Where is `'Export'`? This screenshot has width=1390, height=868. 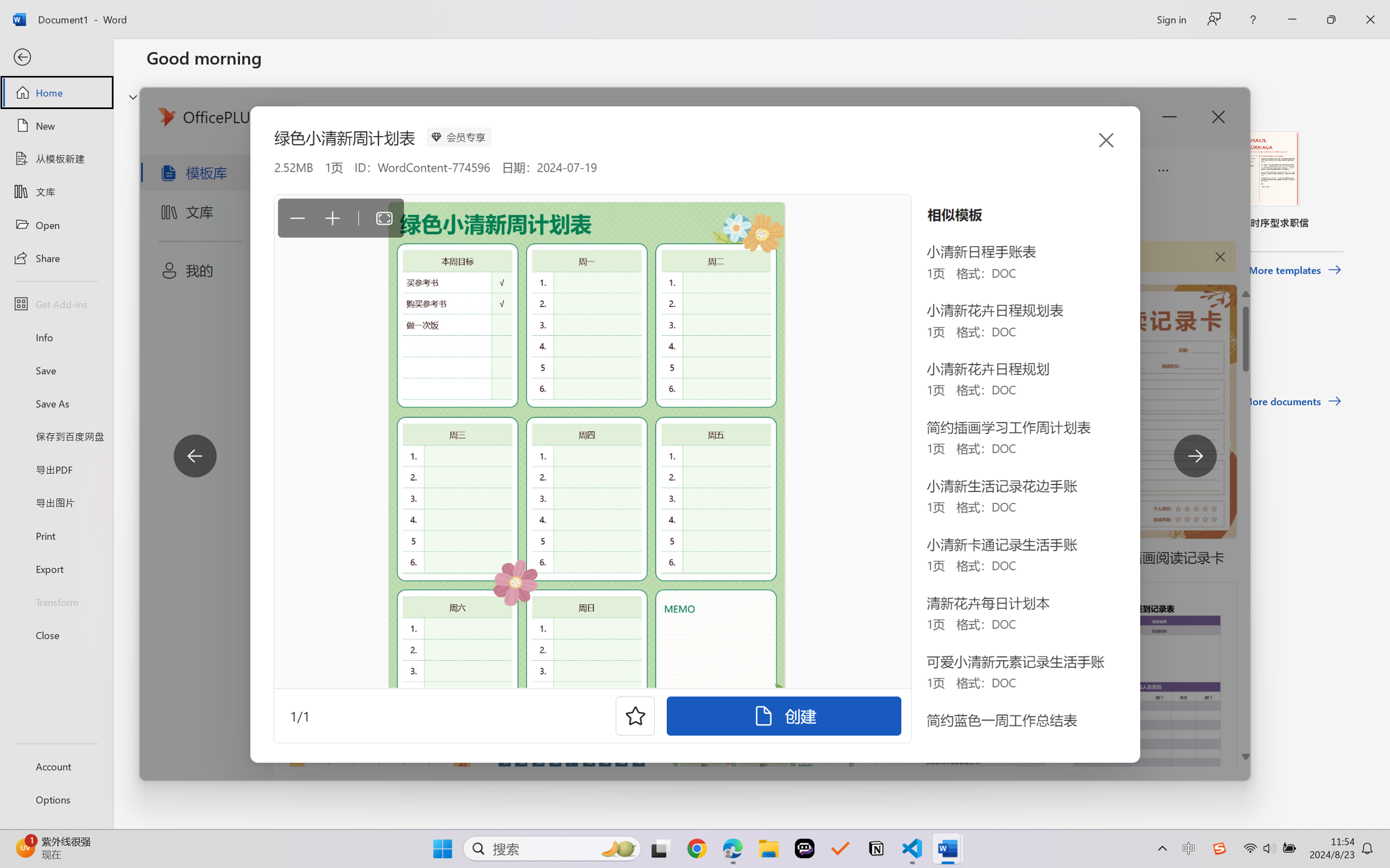
'Export' is located at coordinates (56, 568).